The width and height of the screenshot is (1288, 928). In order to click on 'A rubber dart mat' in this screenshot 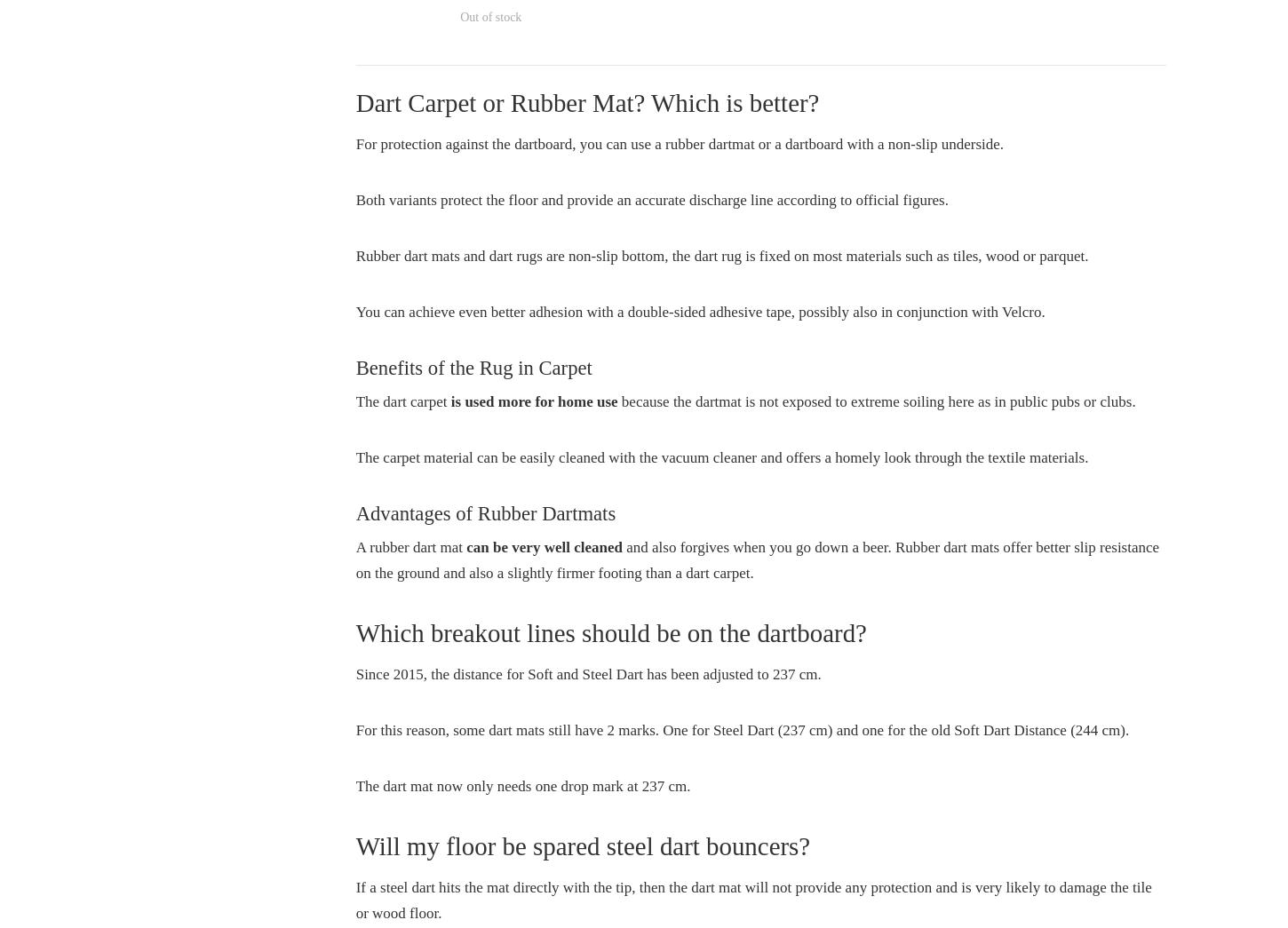, I will do `click(409, 546)`.